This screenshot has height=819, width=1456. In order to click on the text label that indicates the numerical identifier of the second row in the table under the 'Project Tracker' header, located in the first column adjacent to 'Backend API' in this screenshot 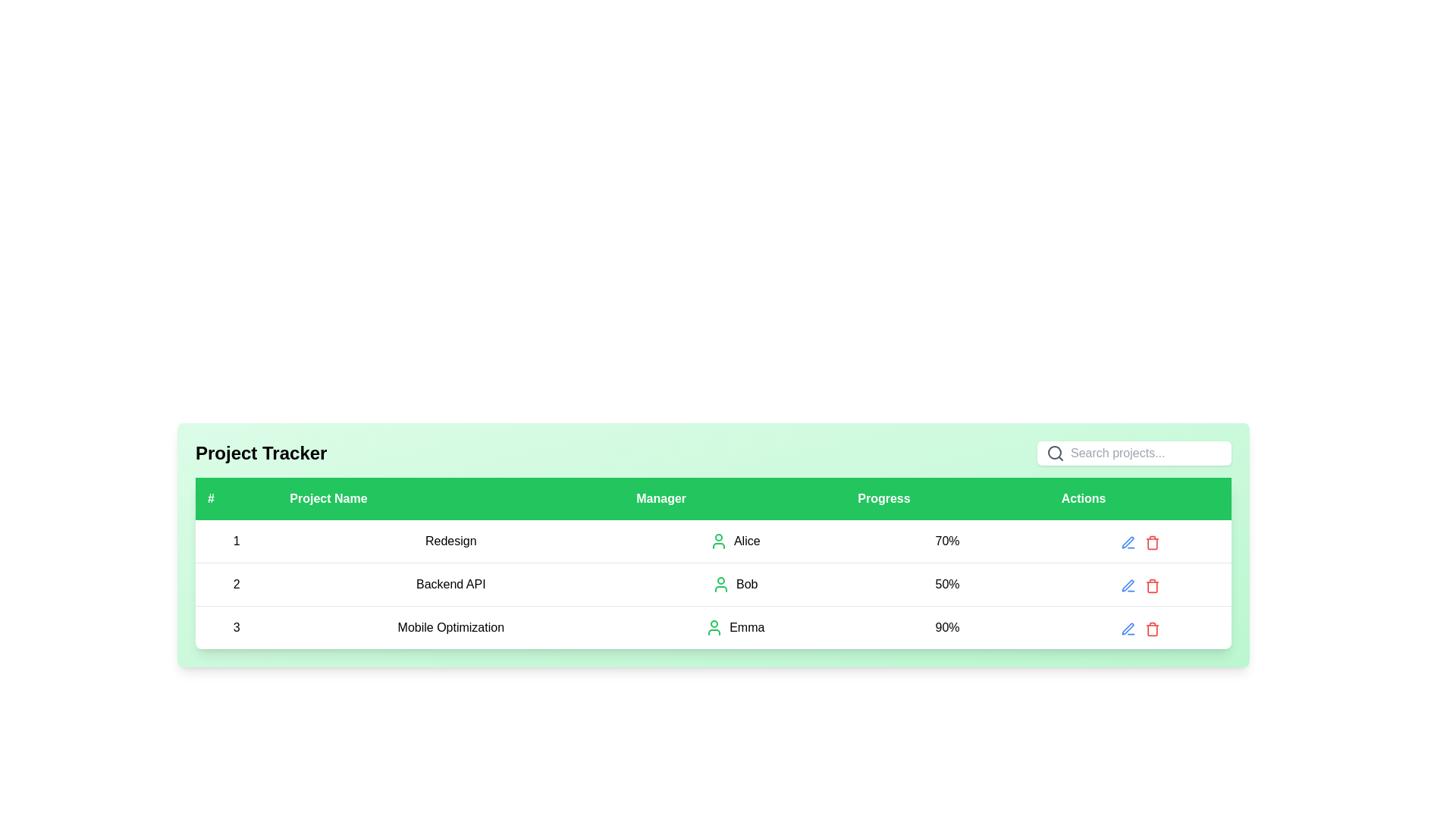, I will do `click(236, 584)`.